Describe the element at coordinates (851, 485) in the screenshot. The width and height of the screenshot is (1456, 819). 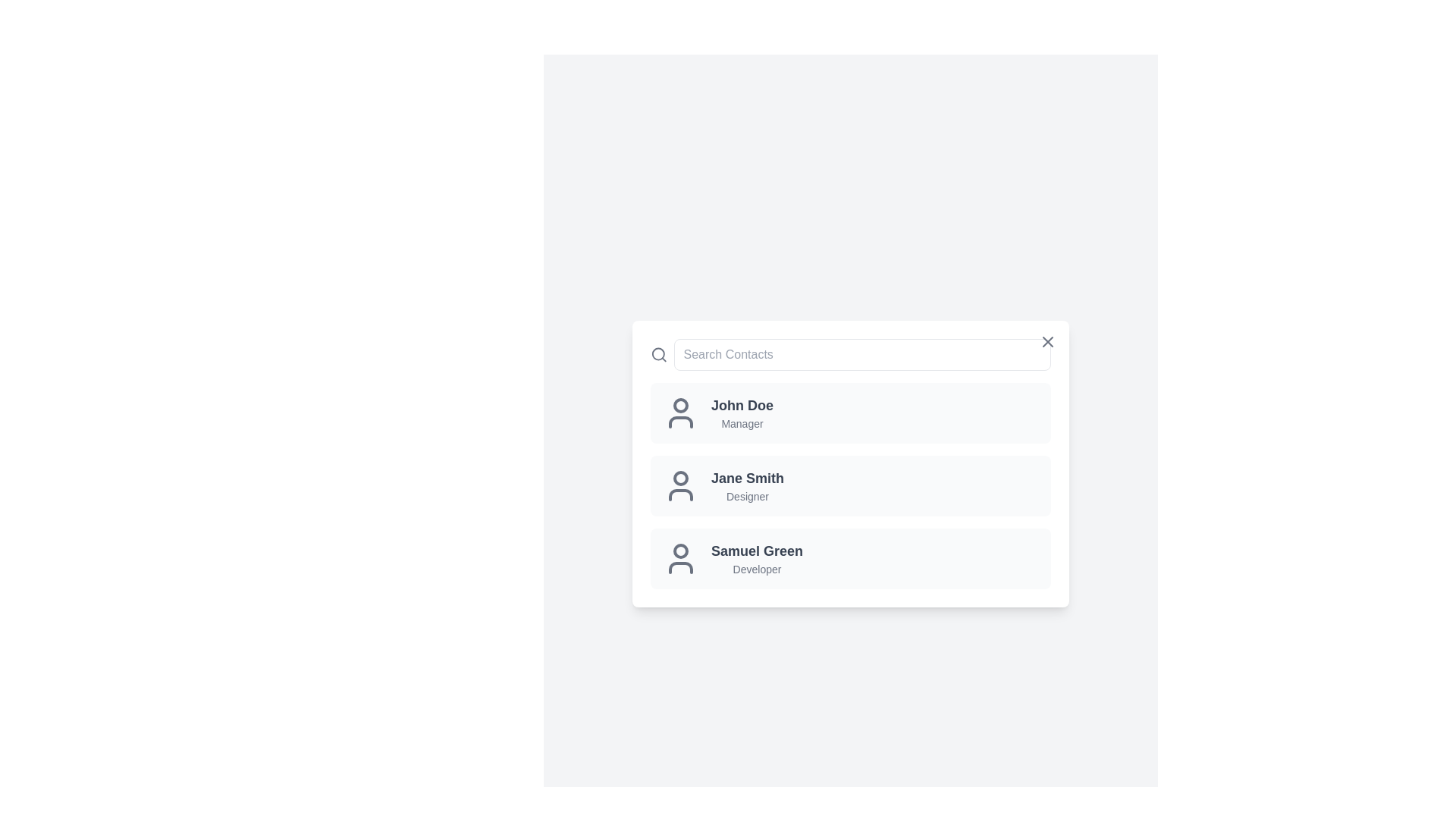
I see `the contact Jane Smith from the list` at that location.